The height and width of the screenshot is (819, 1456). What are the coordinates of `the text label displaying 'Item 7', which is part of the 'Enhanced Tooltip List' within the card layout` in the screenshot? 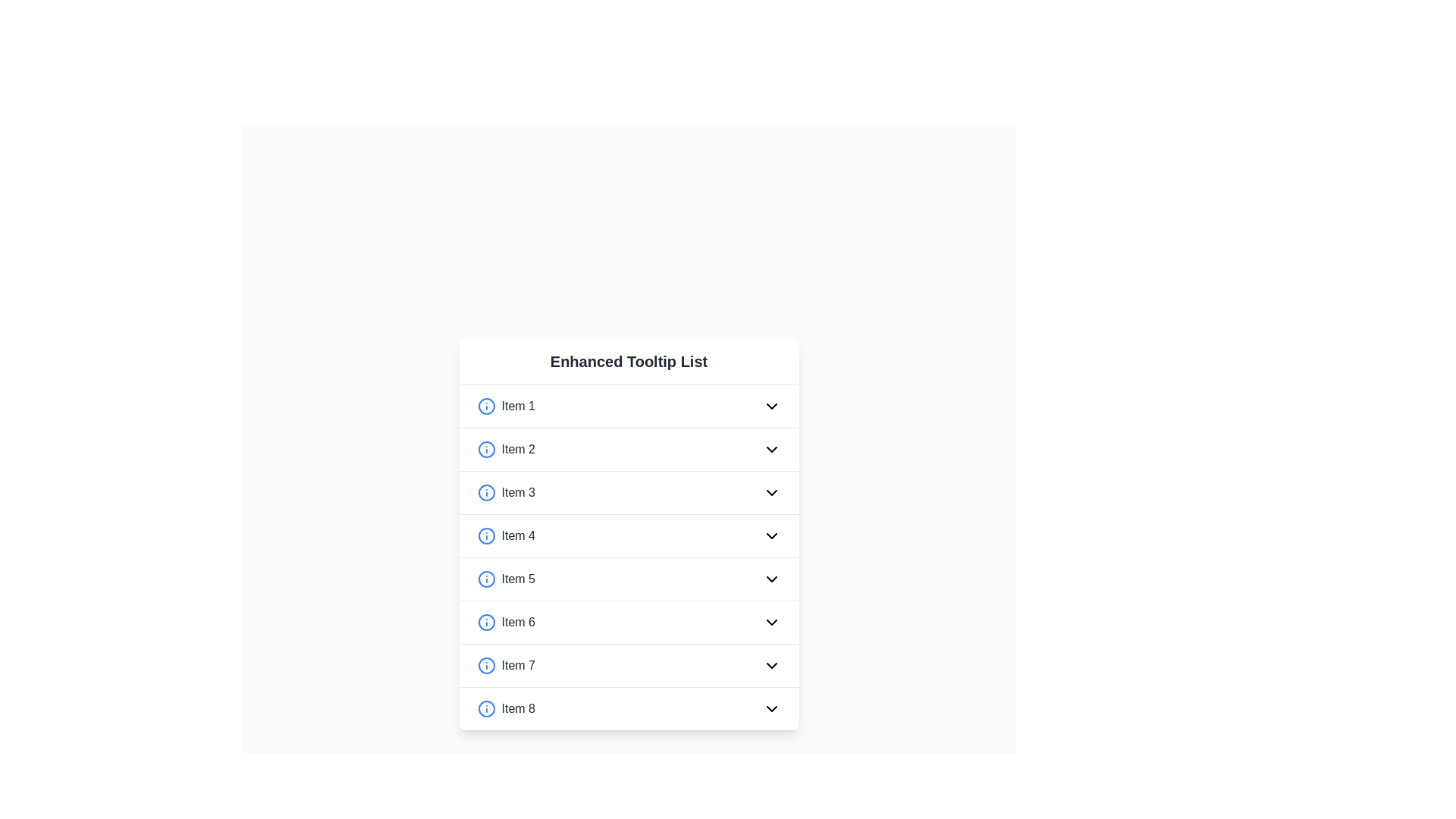 It's located at (518, 665).